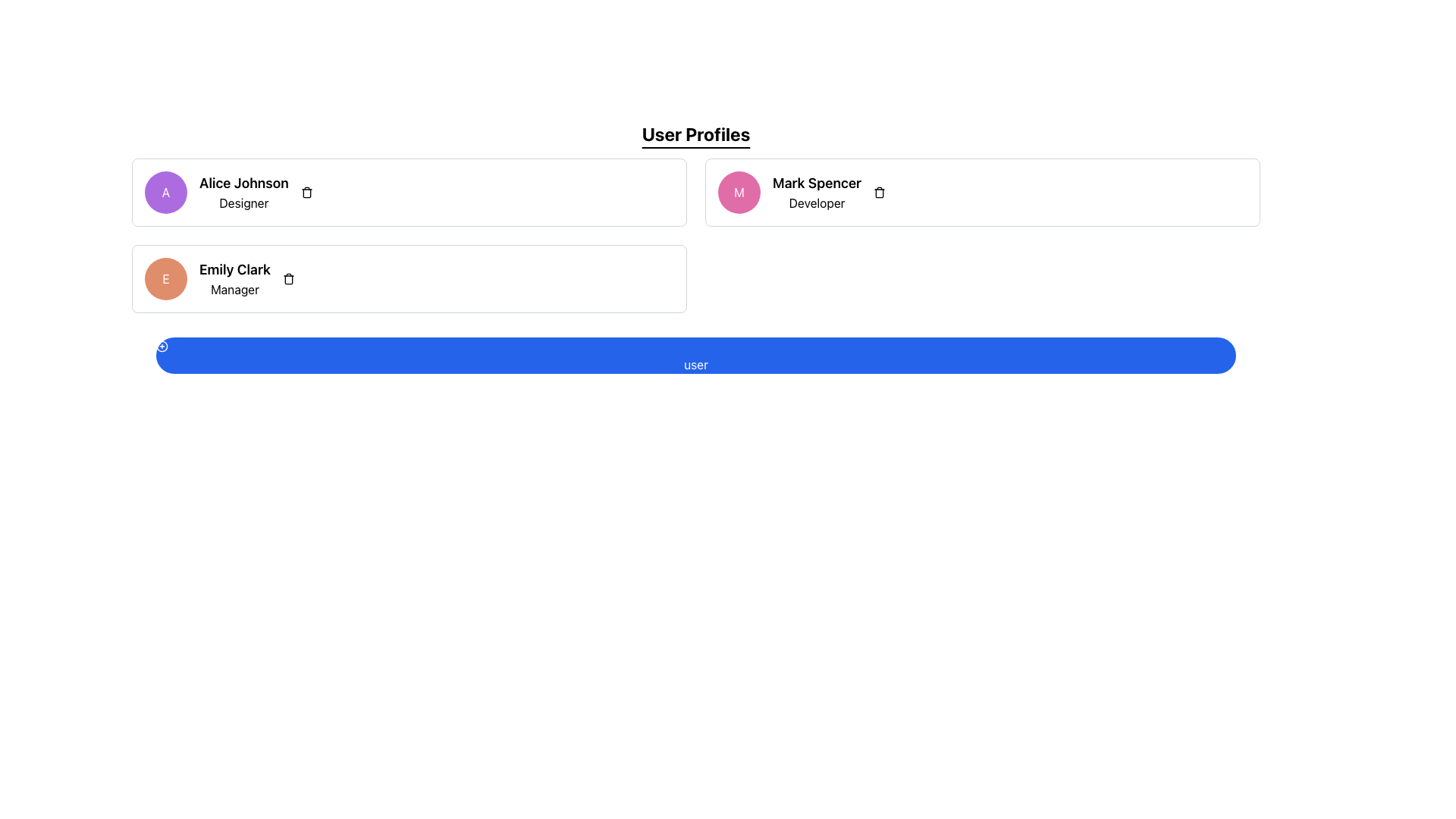  I want to click on the Text Block displaying the user's name and designation, located in the leftmost user profile section, adjacent to a purple circular icon with the letter 'A', so click(243, 192).